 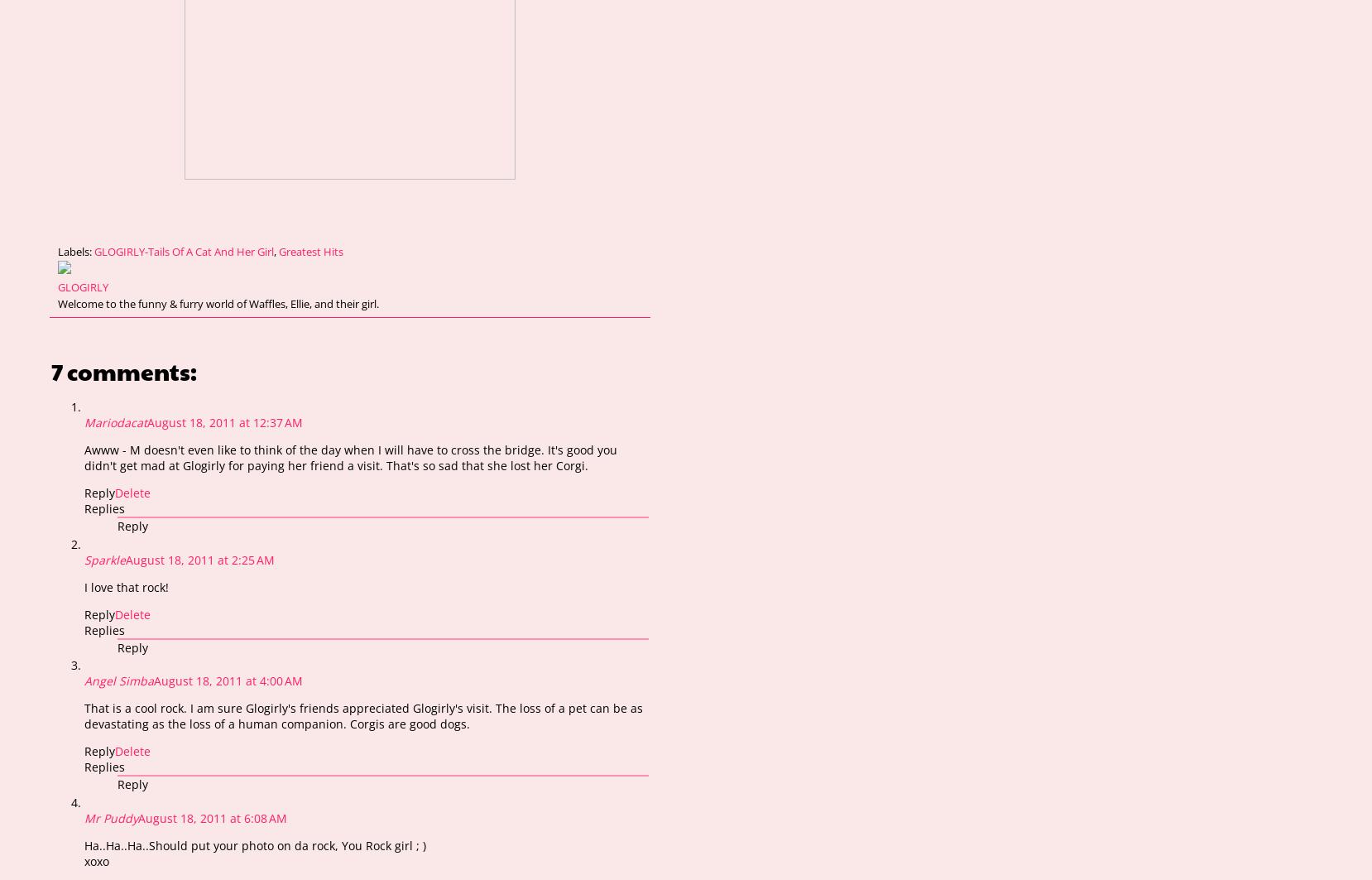 What do you see at coordinates (104, 558) in the screenshot?
I see `'Sparkle'` at bounding box center [104, 558].